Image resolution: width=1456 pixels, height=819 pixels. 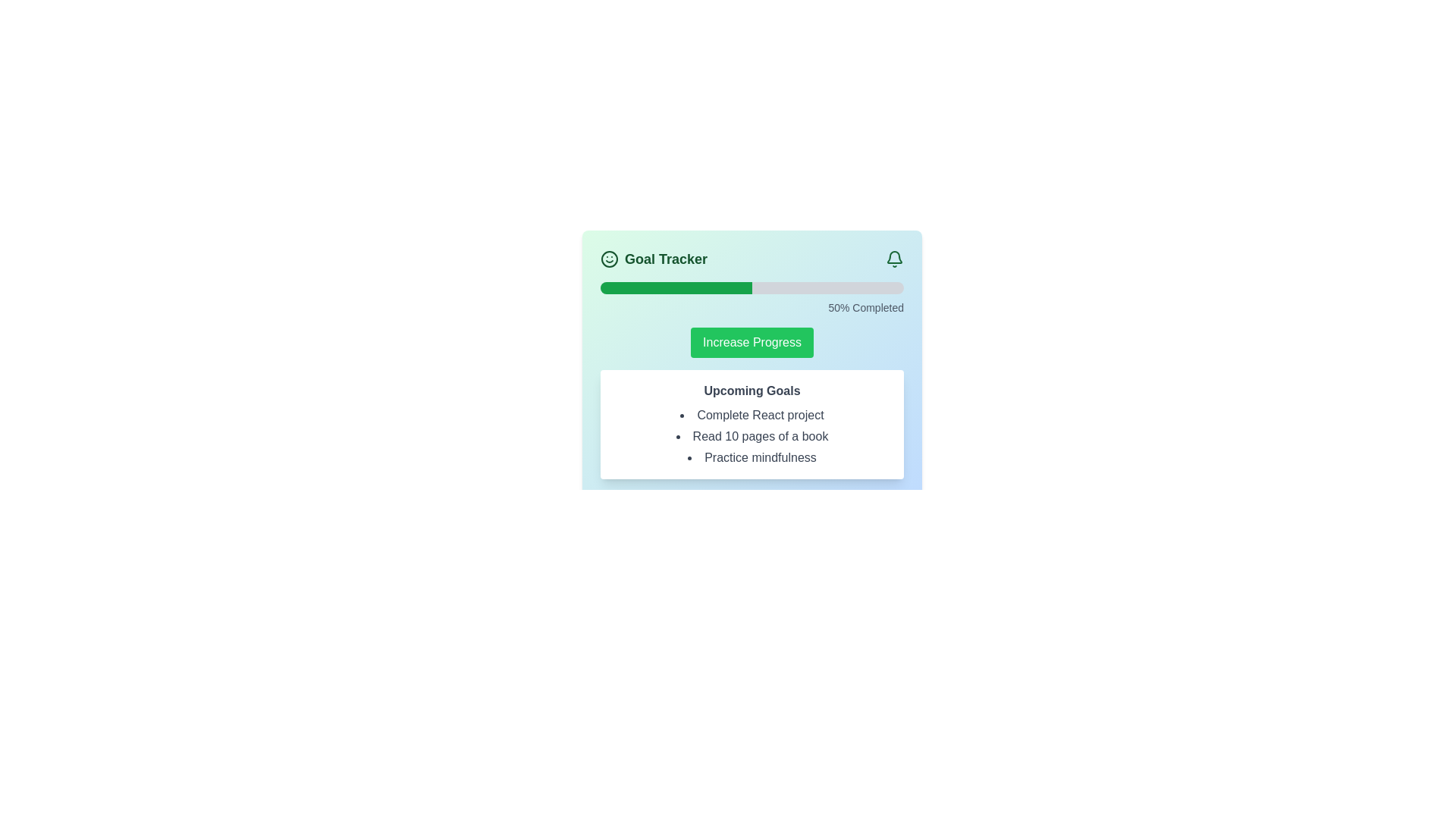 I want to click on the text element that says 'Complete React project', which is the first item in the vertical list under the heading 'Upcoming Goals', so click(x=752, y=415).